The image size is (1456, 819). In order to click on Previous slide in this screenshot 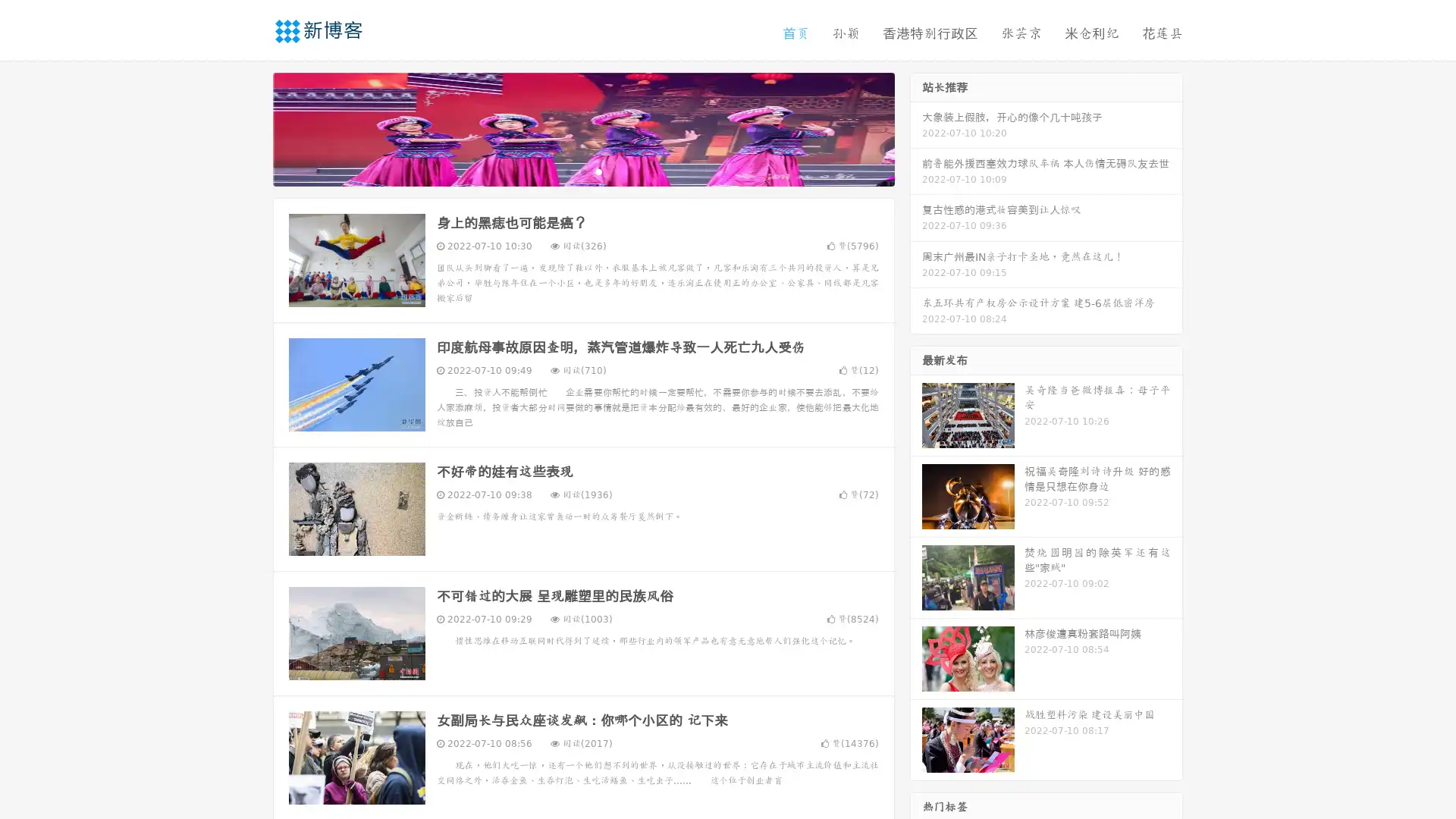, I will do `click(250, 127)`.